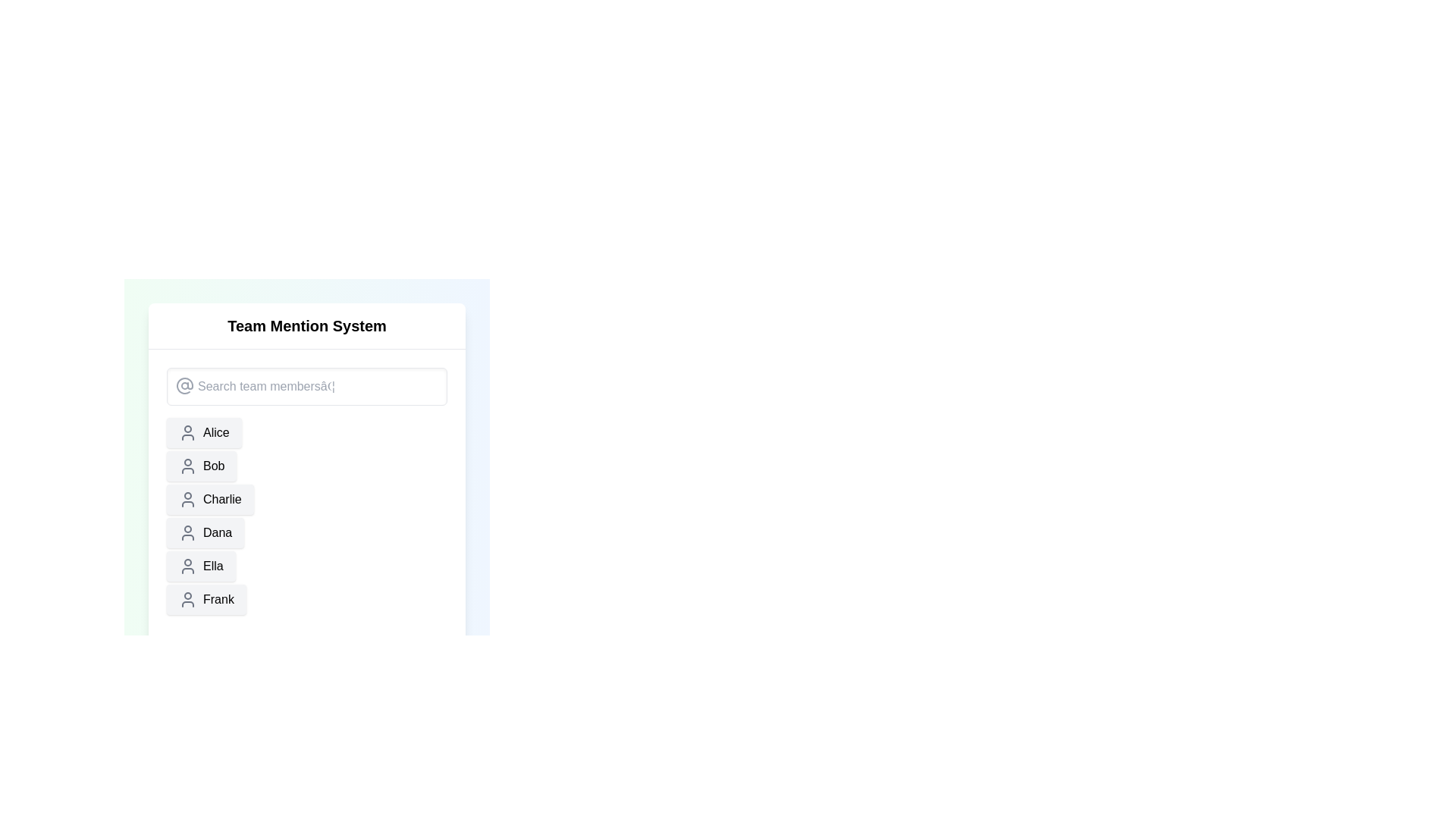  I want to click on the avatar icon representing the user profile labeled 'Bob', so click(187, 465).